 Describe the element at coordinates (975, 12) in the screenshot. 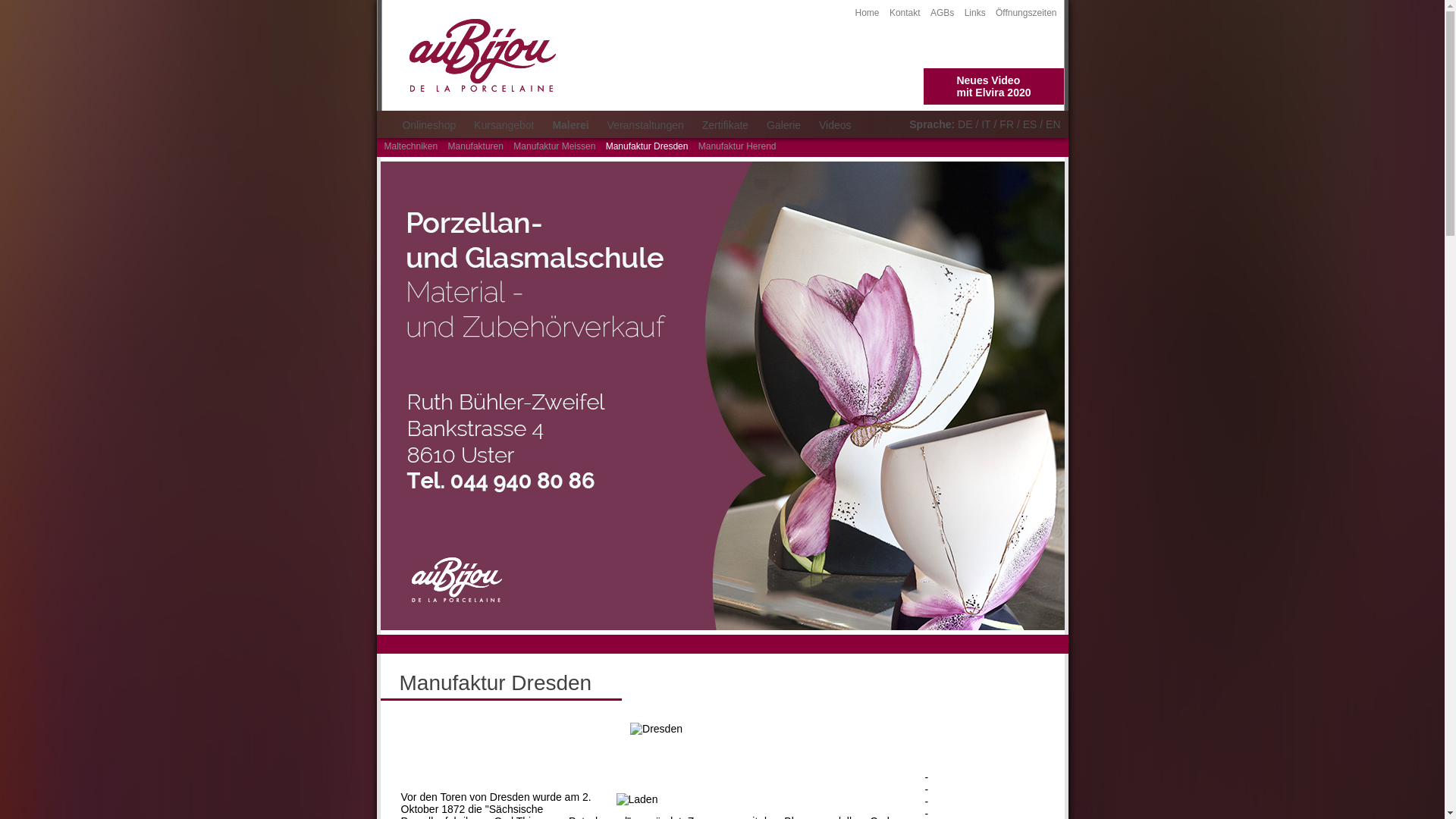

I see `'Links'` at that location.